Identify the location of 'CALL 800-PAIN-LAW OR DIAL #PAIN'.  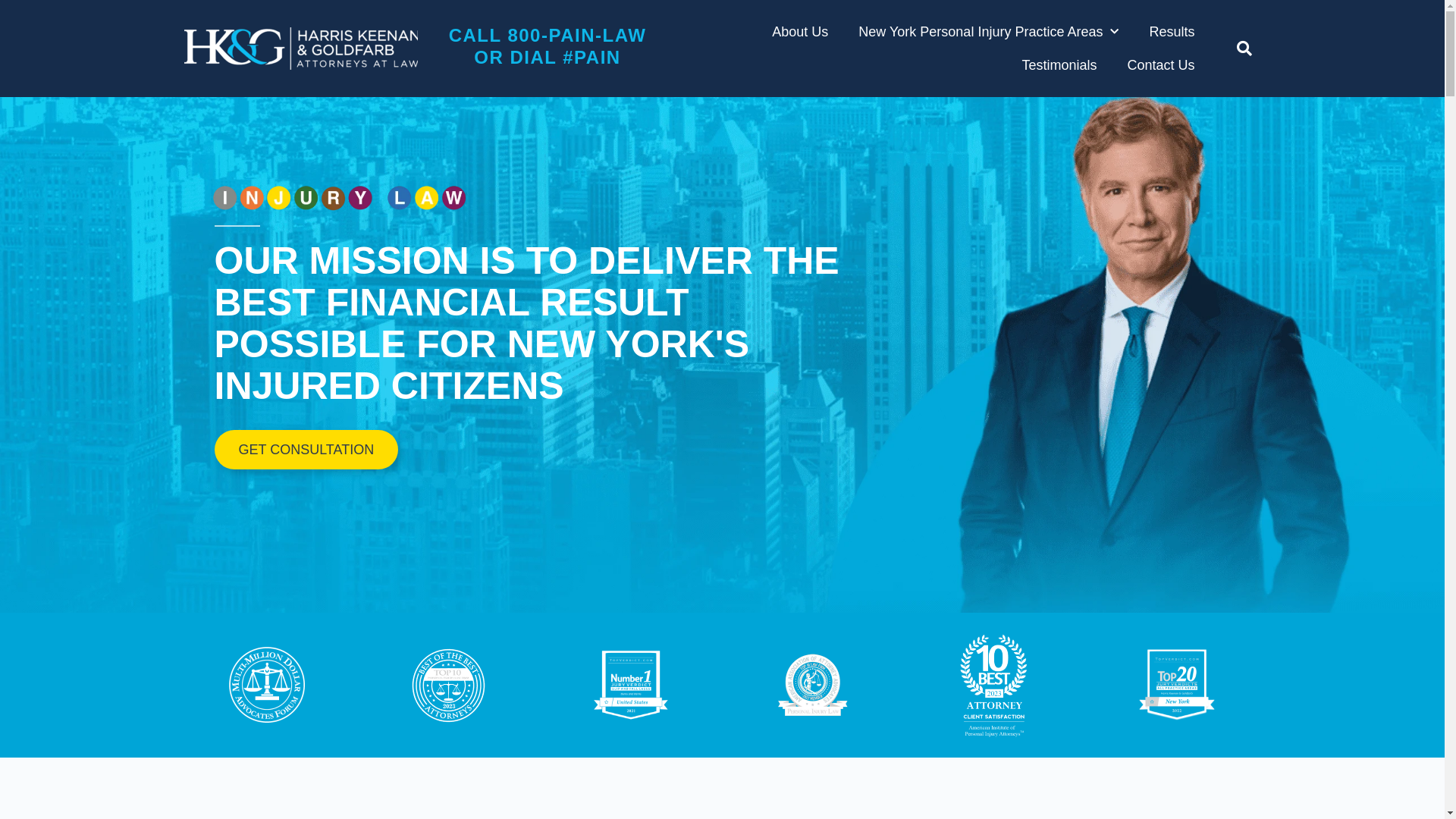
(547, 45).